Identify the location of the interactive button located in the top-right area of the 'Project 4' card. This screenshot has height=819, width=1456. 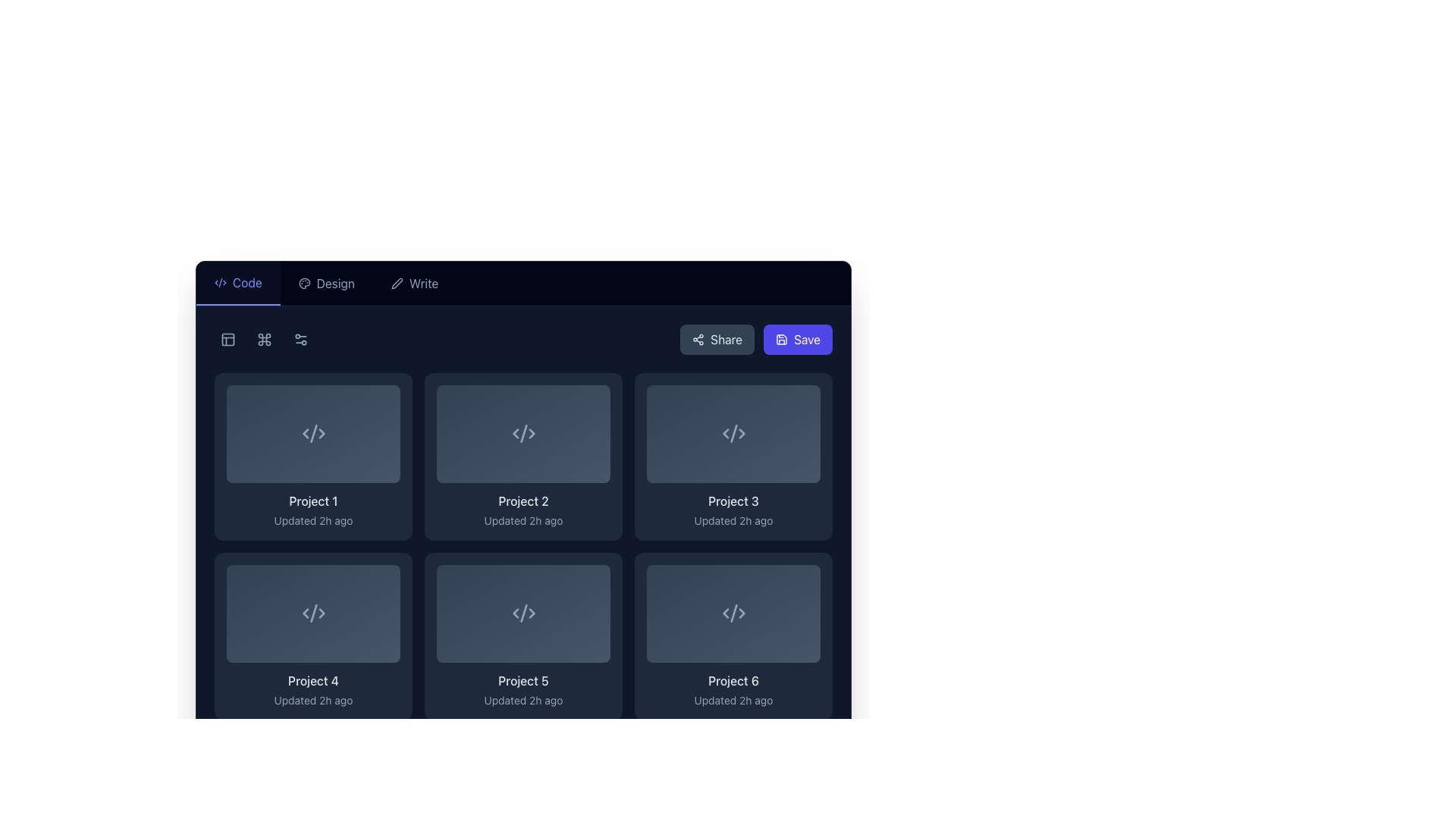
(397, 567).